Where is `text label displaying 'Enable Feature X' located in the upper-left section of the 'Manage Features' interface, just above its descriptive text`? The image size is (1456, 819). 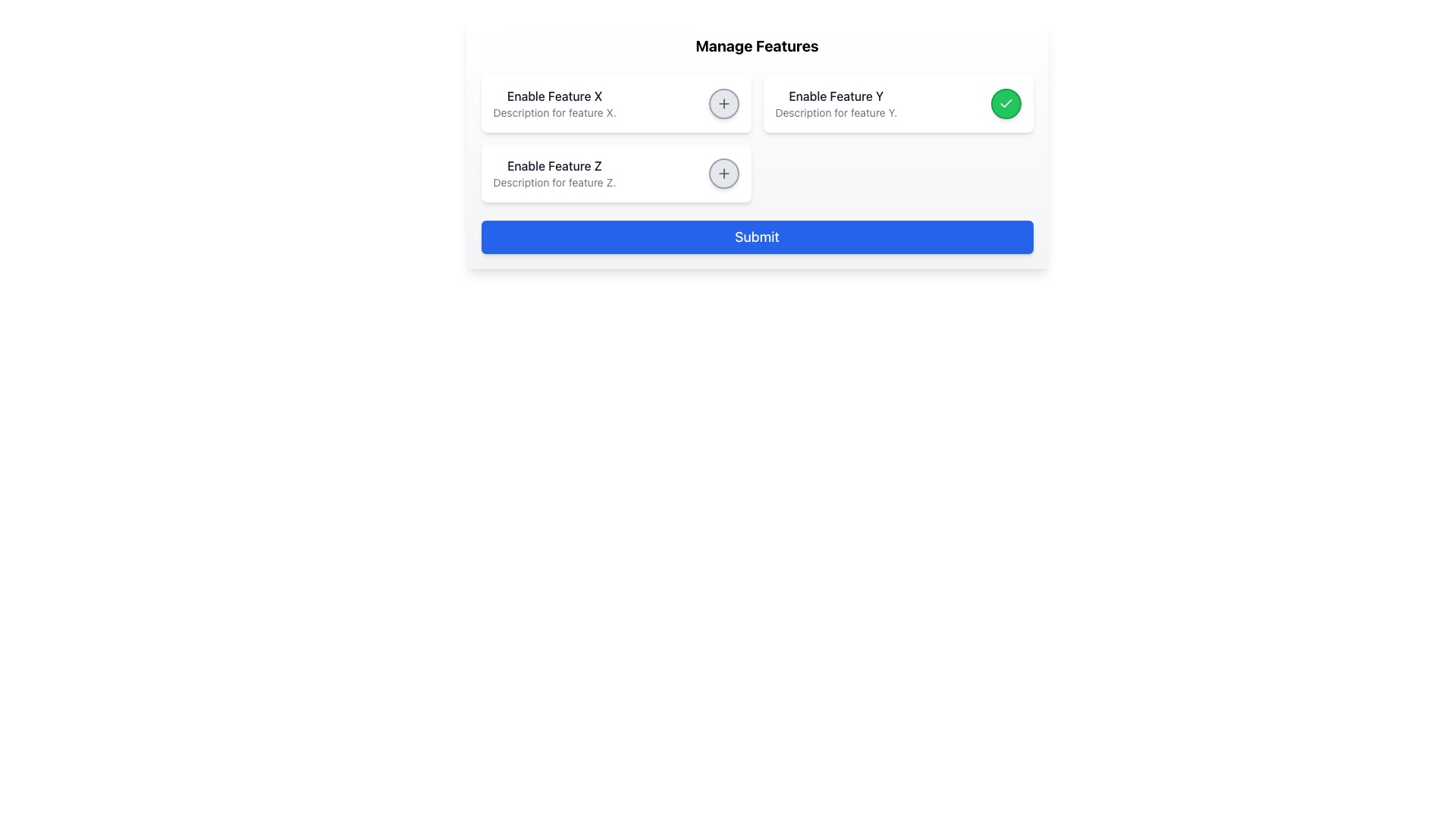
text label displaying 'Enable Feature X' located in the upper-left section of the 'Manage Features' interface, just above its descriptive text is located at coordinates (554, 96).